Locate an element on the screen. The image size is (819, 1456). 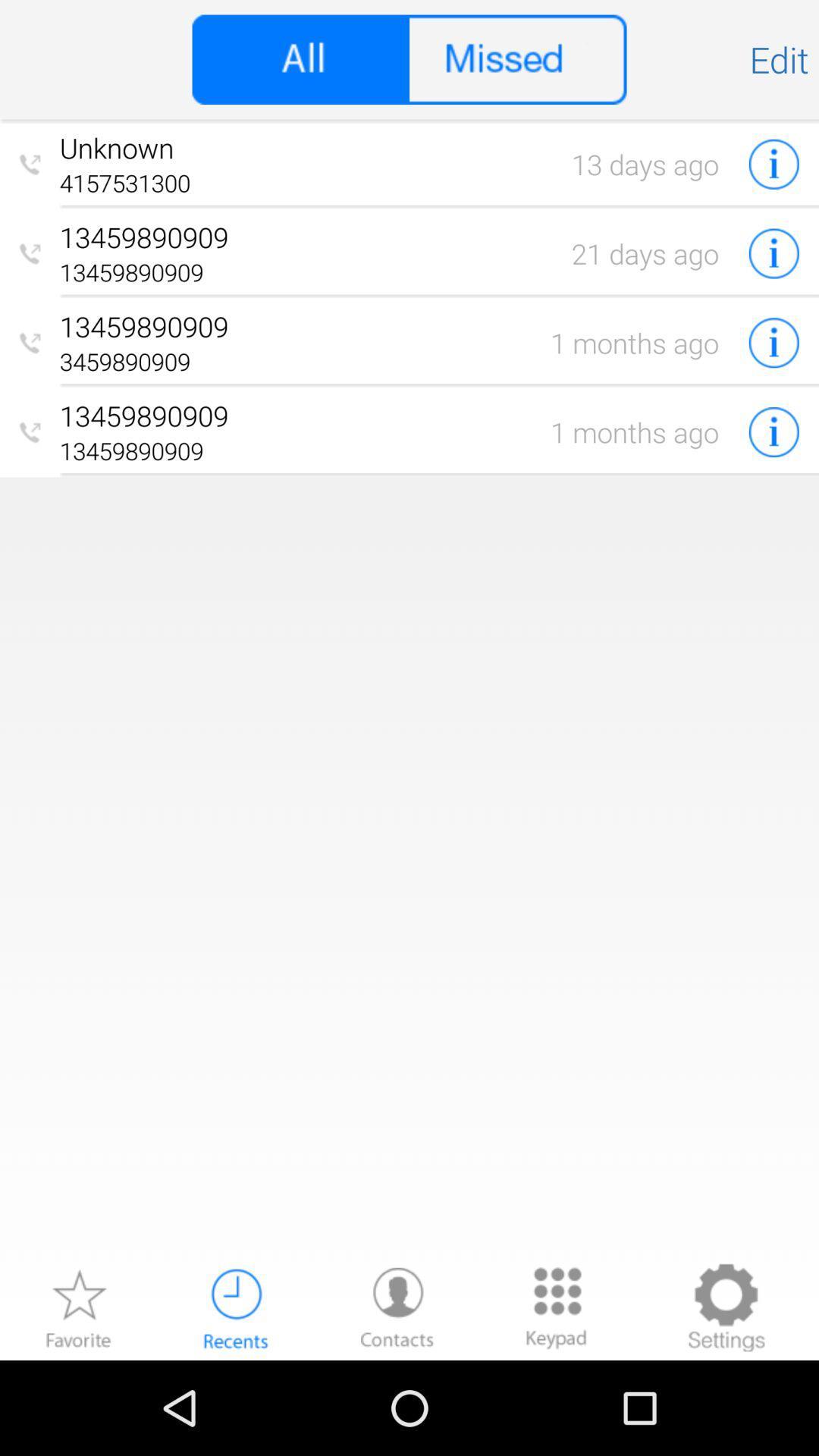
the star icon is located at coordinates (78, 1398).